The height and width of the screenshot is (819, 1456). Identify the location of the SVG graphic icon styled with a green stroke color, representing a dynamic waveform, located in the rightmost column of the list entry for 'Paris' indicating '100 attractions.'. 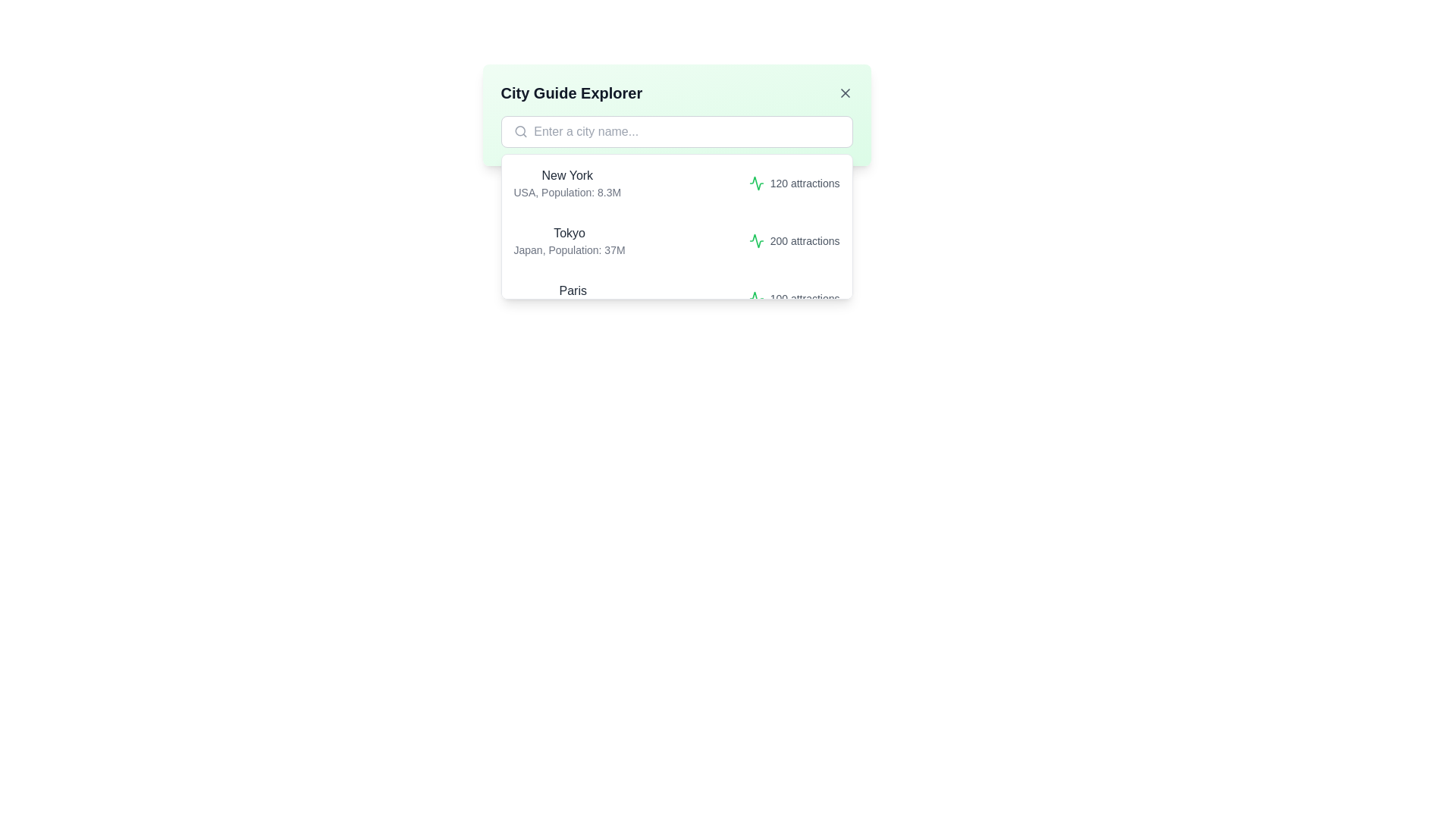
(756, 298).